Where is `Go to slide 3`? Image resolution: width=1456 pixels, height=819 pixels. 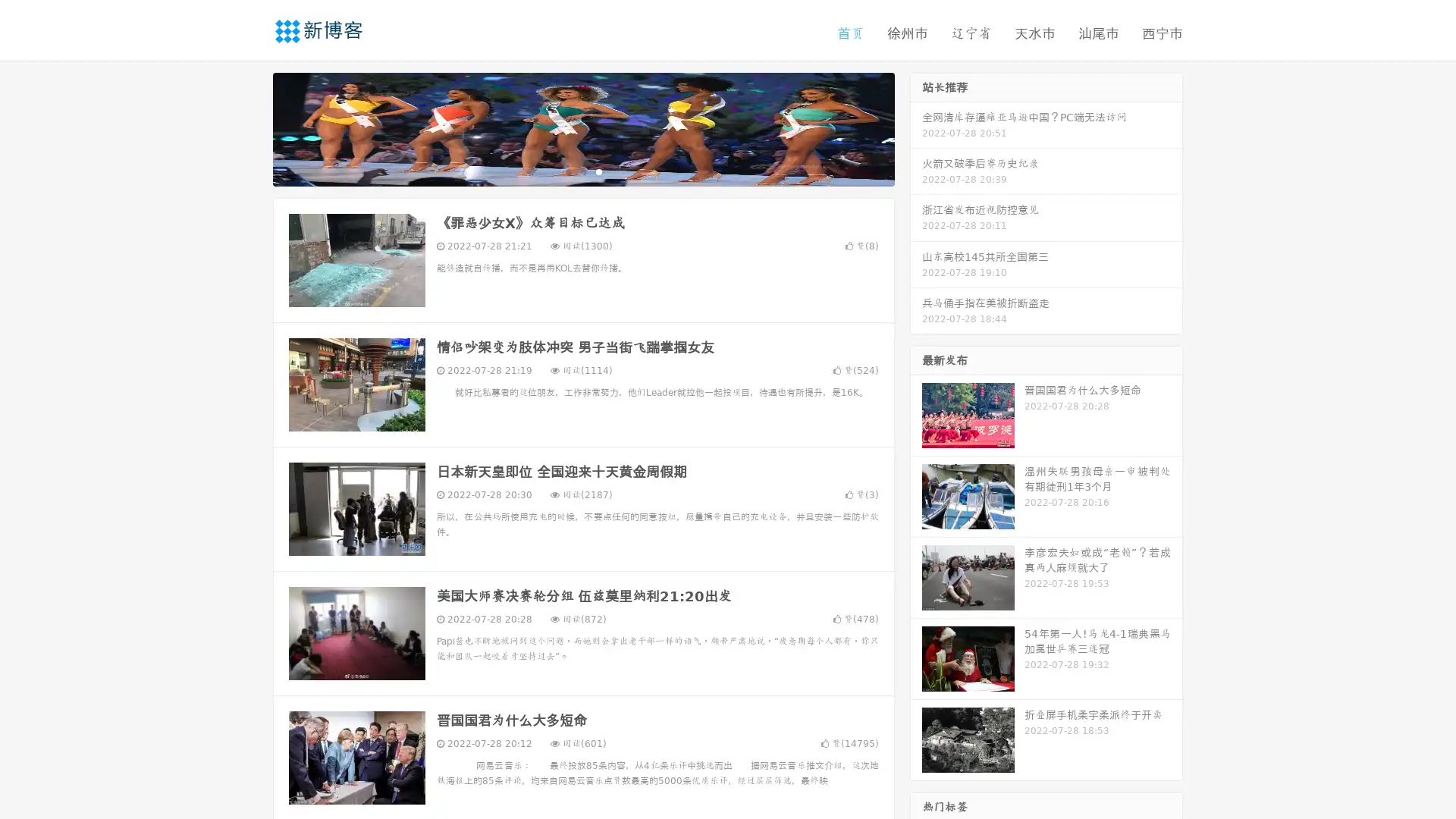 Go to slide 3 is located at coordinates (598, 171).